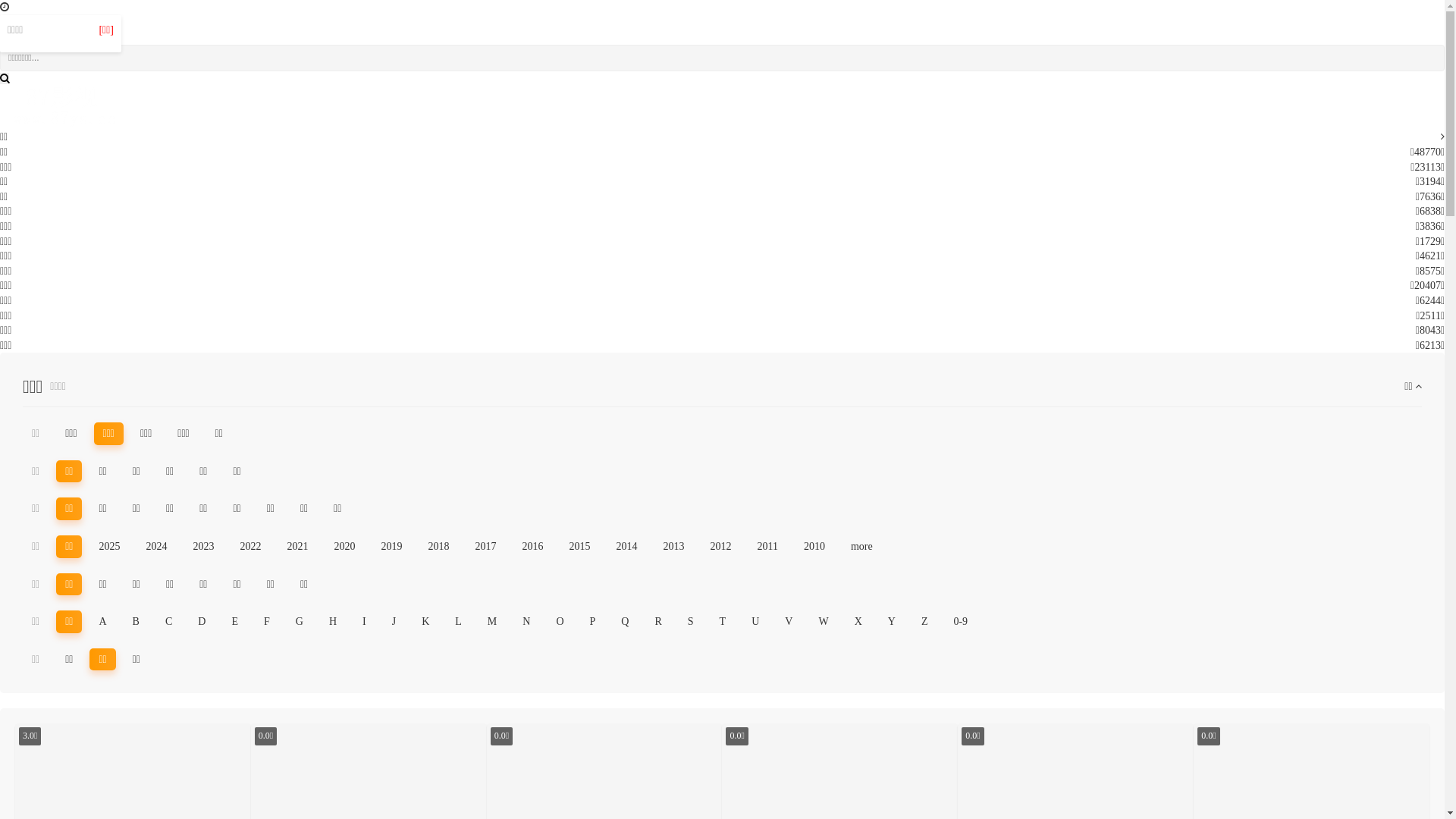  What do you see at coordinates (188, 622) in the screenshot?
I see `'D'` at bounding box center [188, 622].